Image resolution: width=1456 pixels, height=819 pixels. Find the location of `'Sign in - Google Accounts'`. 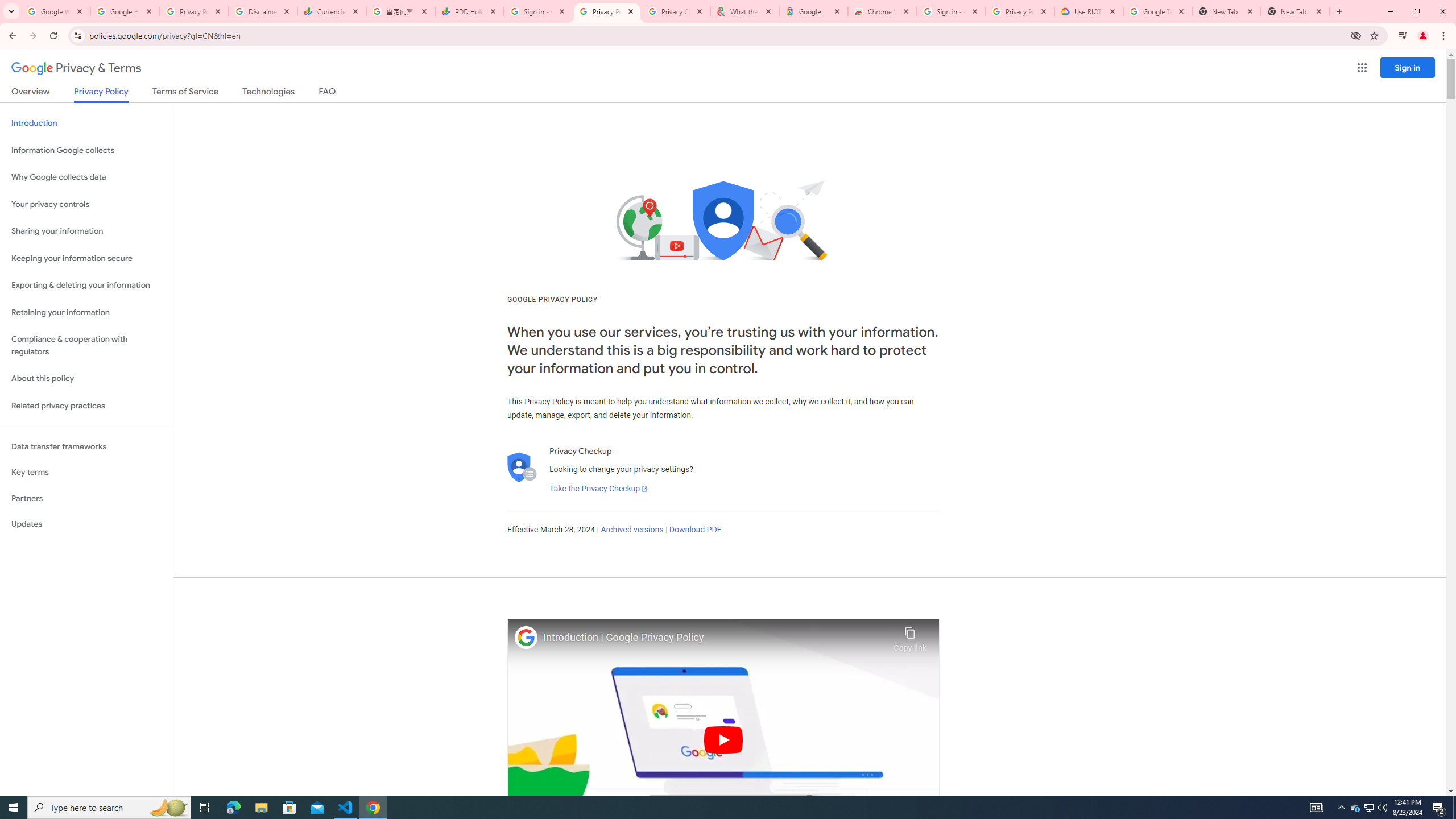

'Sign in - Google Accounts' is located at coordinates (538, 11).